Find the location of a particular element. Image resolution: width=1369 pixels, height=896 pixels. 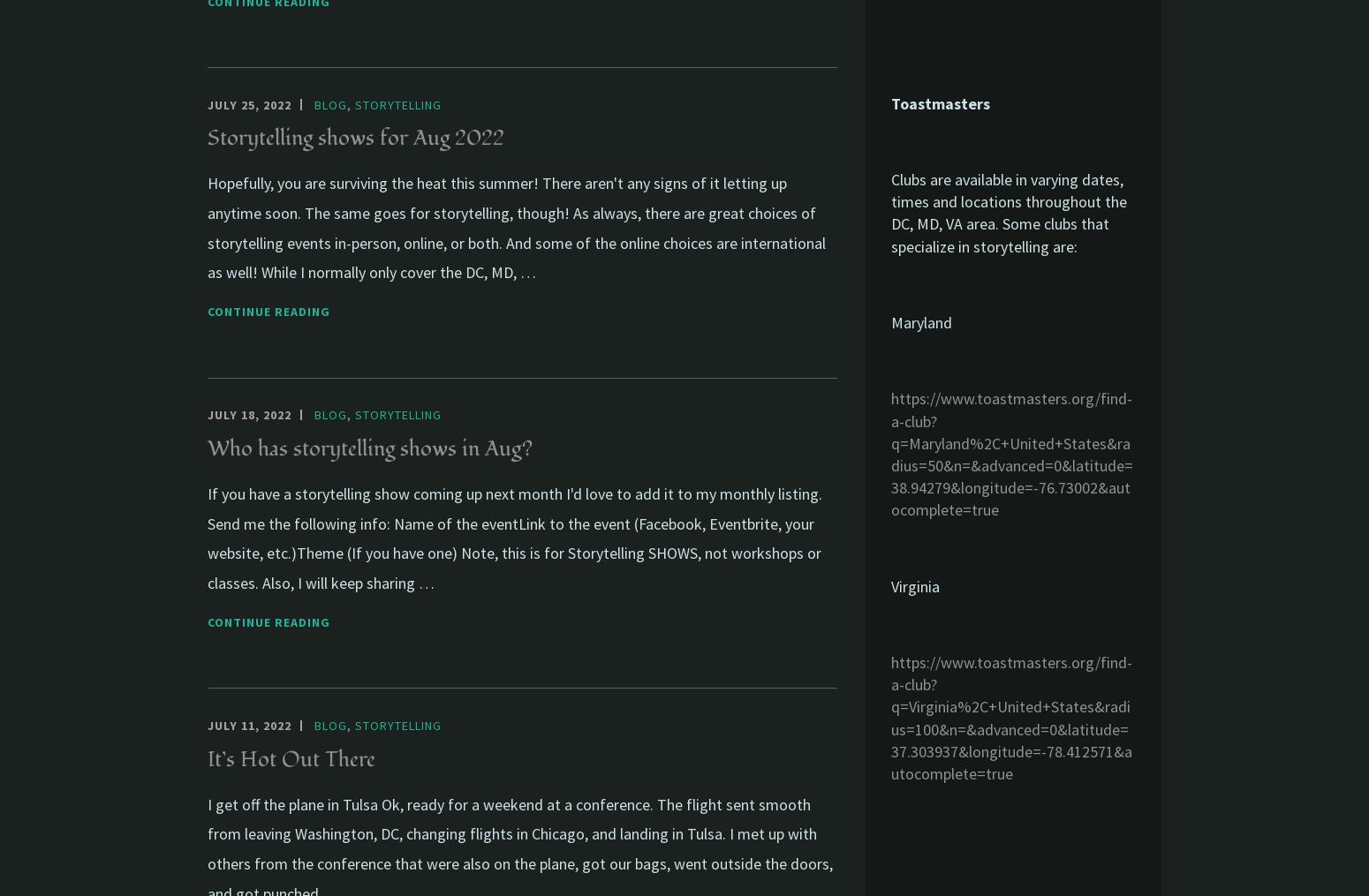

'July 18, 2022' is located at coordinates (249, 414).